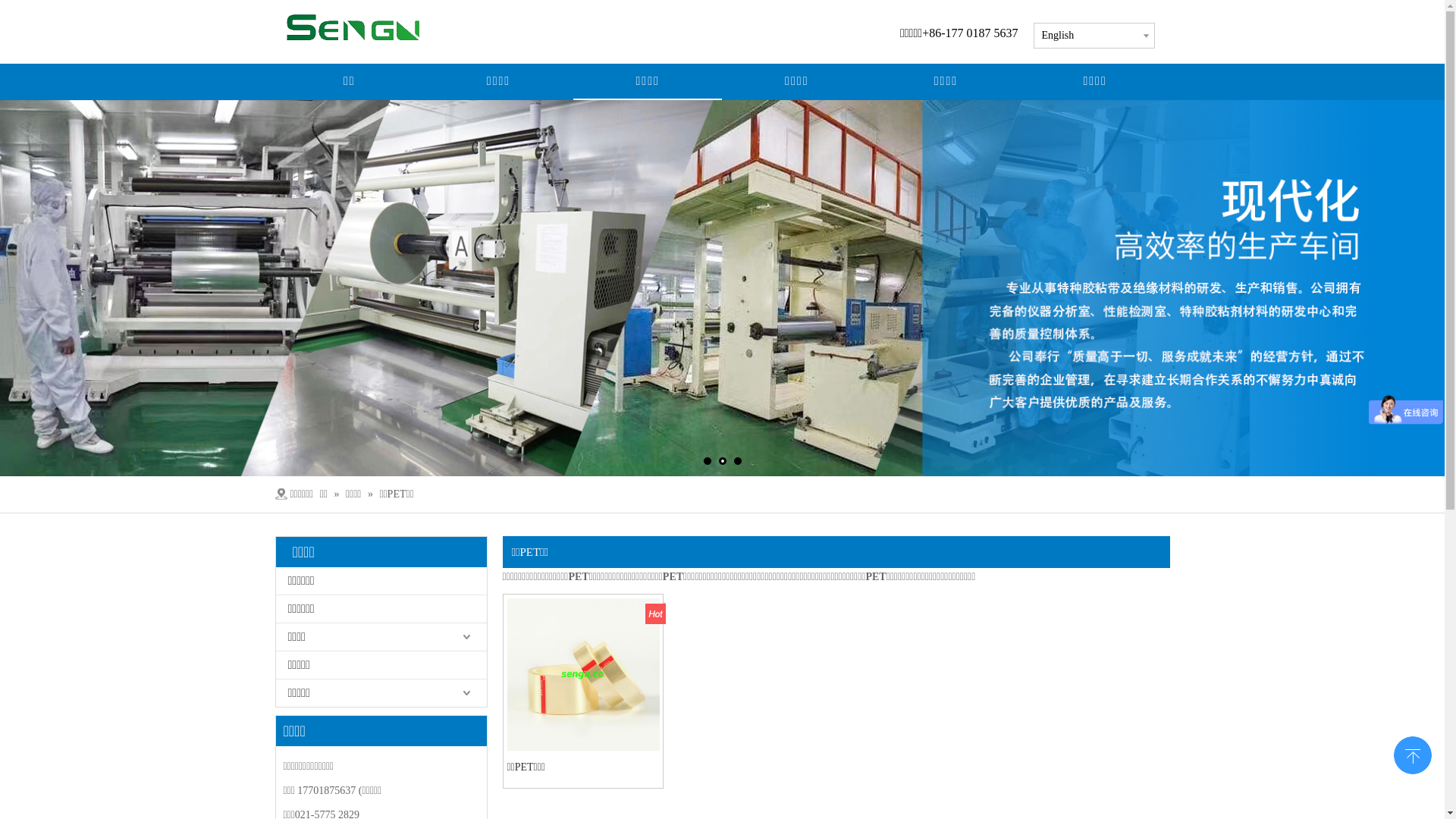 The height and width of the screenshot is (819, 1456). What do you see at coordinates (366, 27) in the screenshot?
I see `'logo'` at bounding box center [366, 27].